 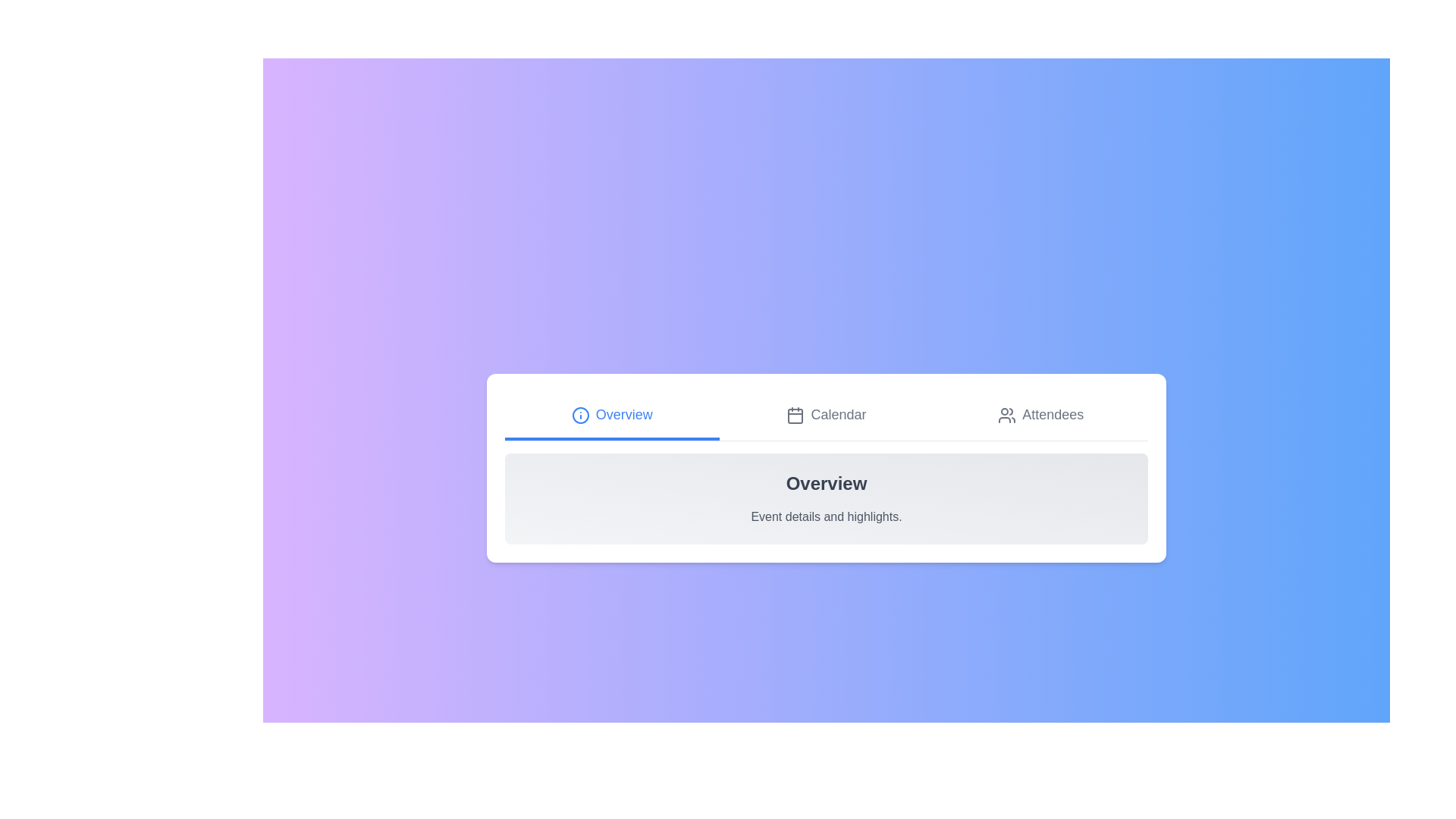 I want to click on the tab labeled Overview to switch to the corresponding view, so click(x=611, y=415).